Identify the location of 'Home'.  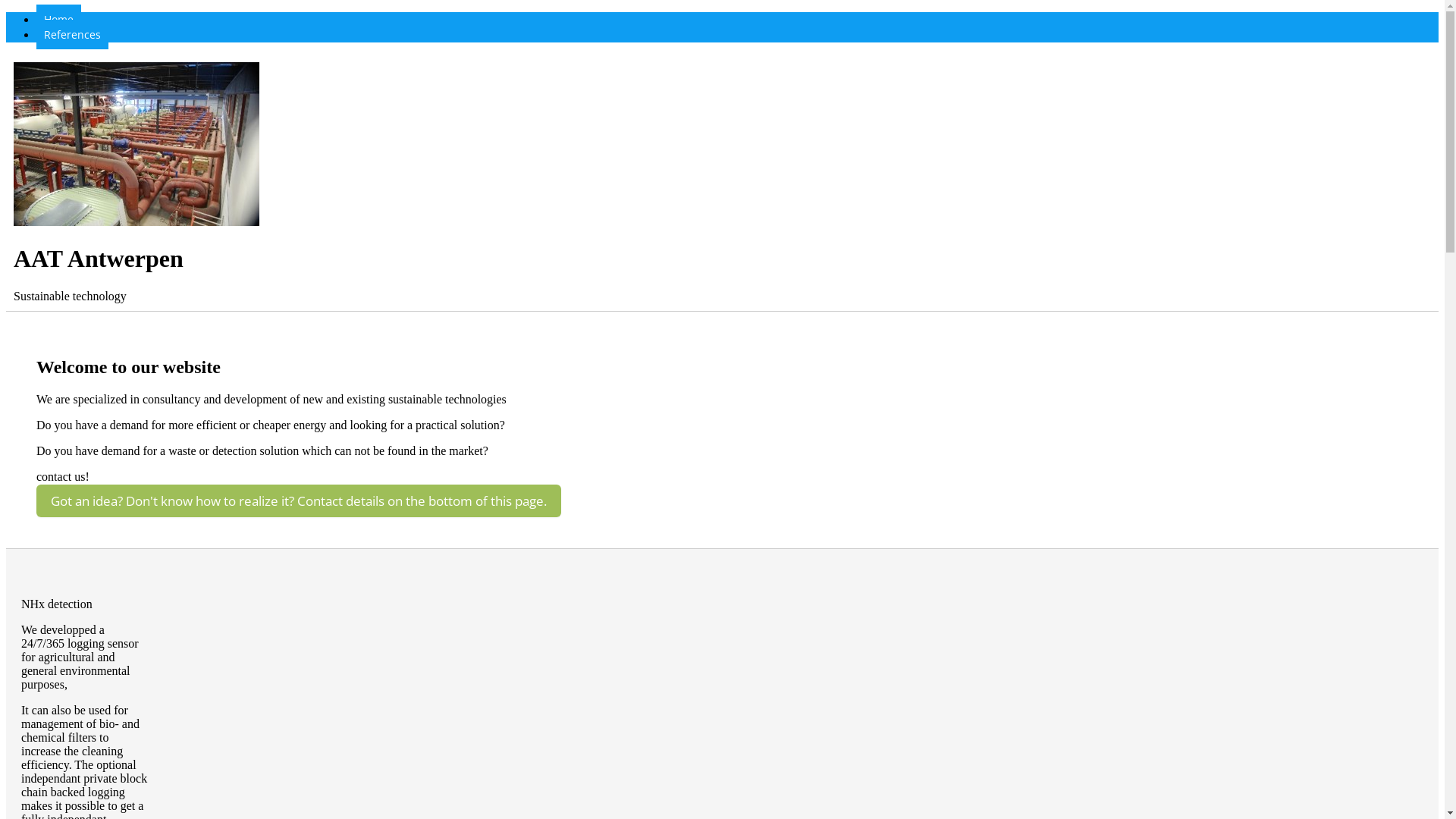
(58, 19).